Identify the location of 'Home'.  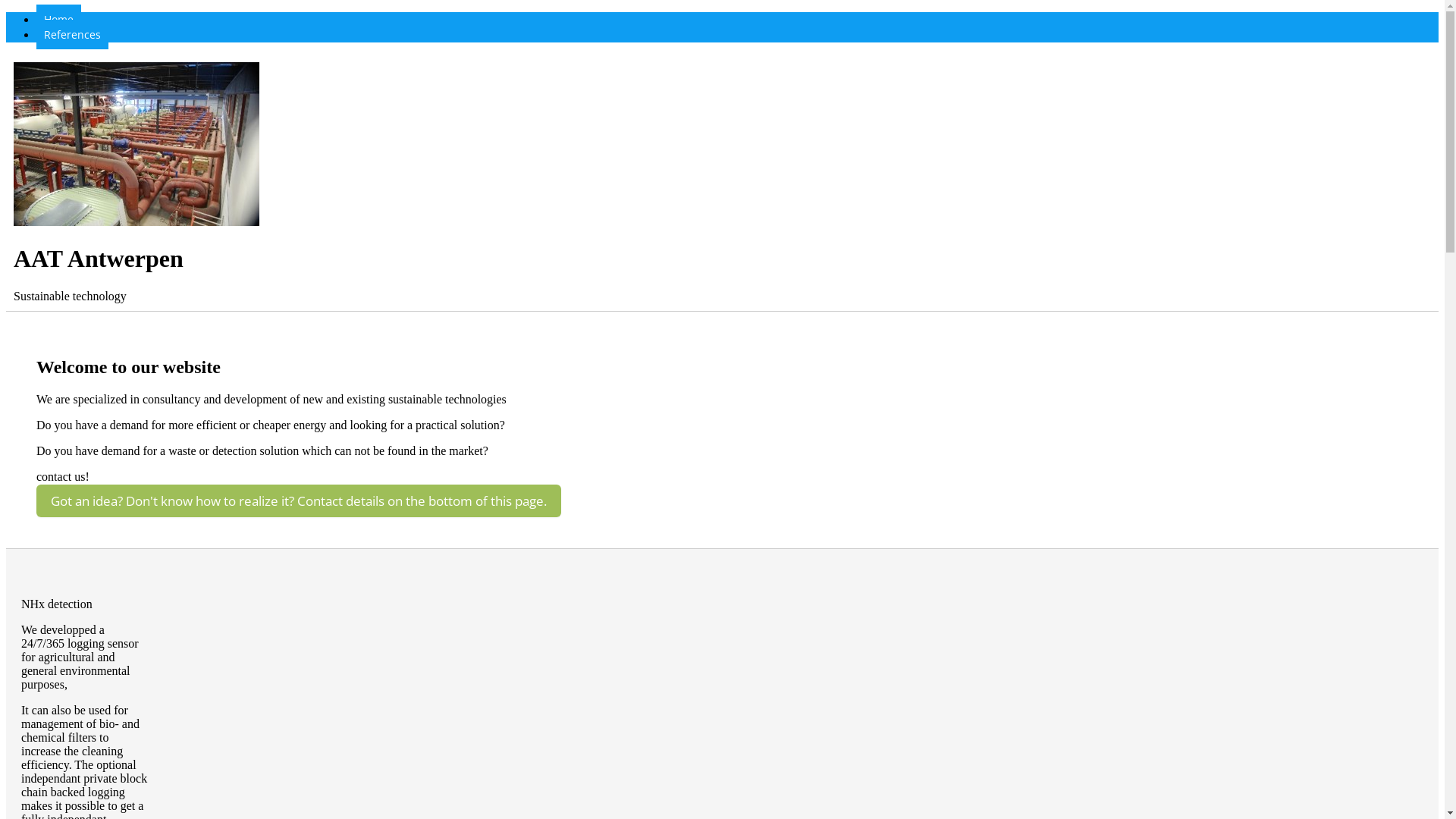
(58, 19).